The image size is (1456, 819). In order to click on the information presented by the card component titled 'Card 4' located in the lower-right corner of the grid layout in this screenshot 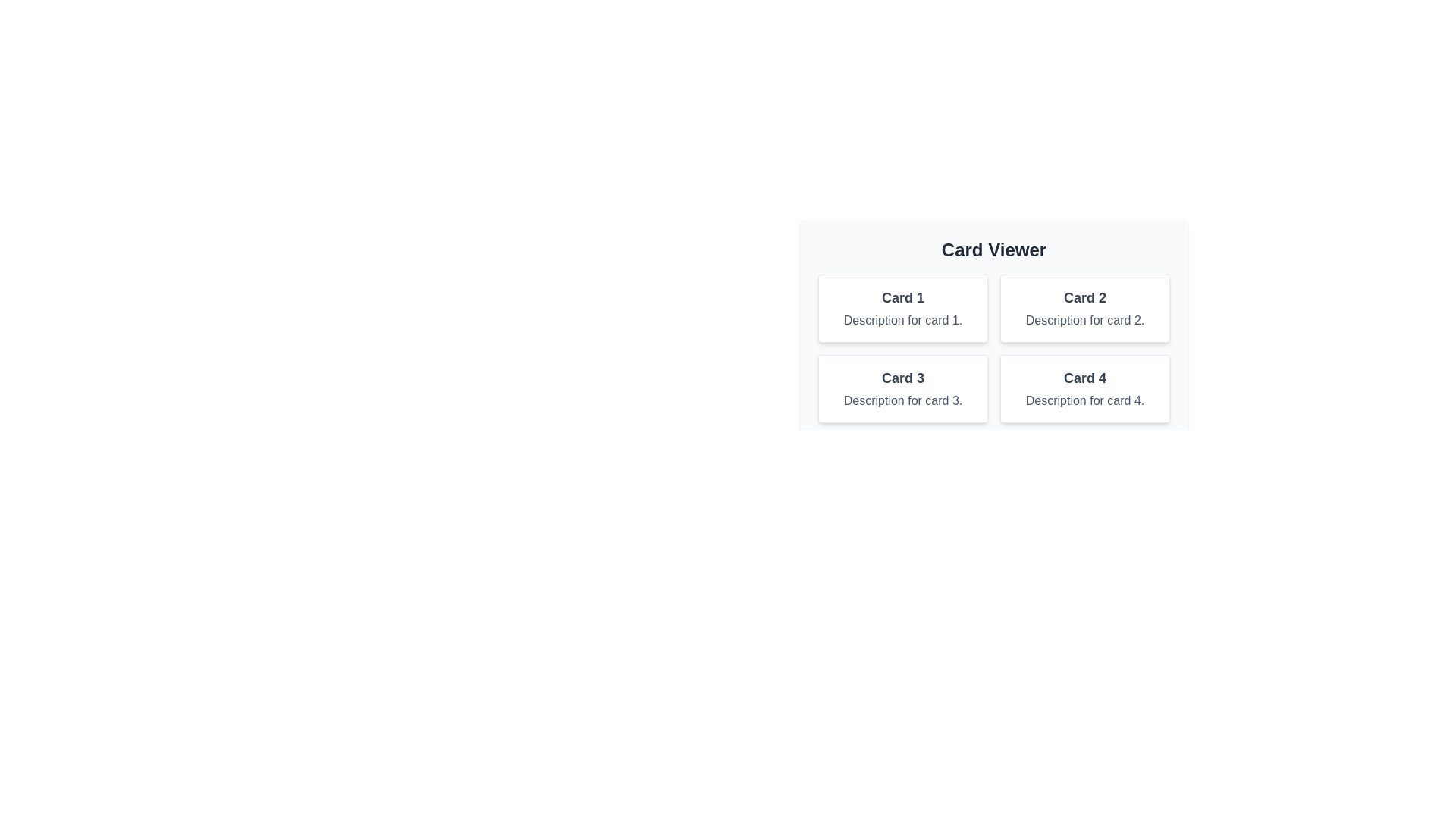, I will do `click(1084, 388)`.